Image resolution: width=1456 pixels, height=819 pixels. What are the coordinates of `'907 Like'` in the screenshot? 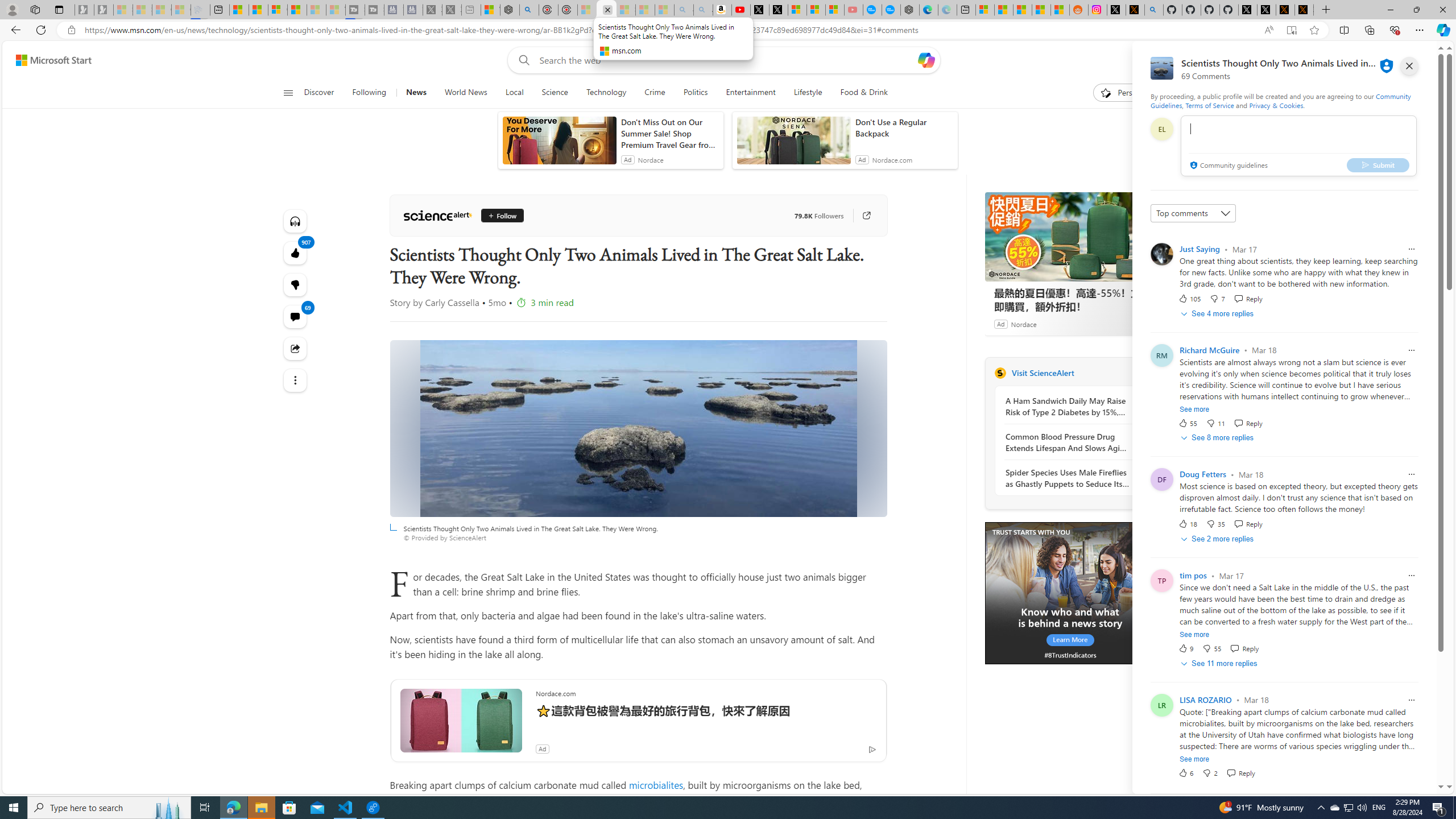 It's located at (295, 253).